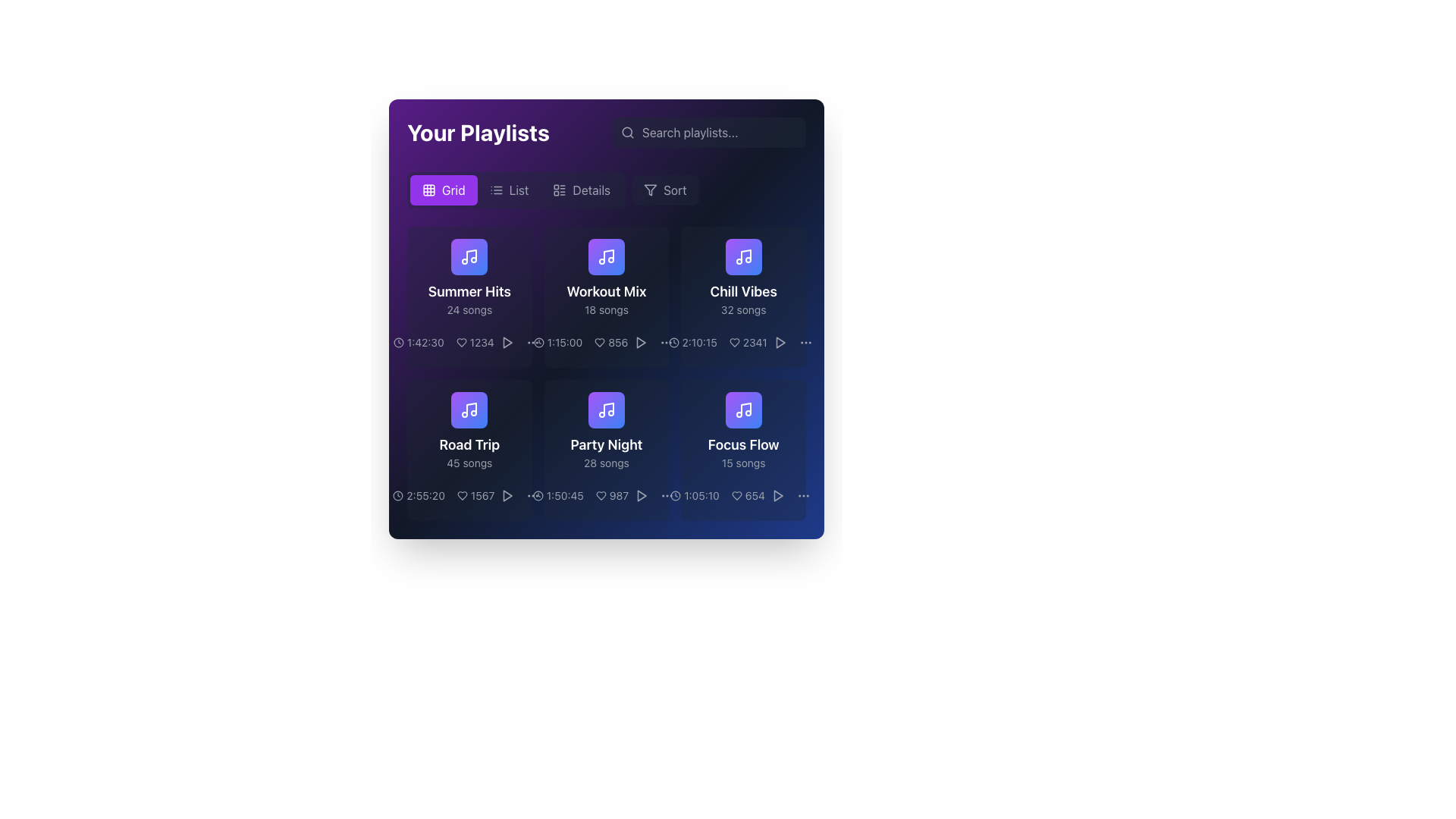 The width and height of the screenshot is (1456, 819). Describe the element at coordinates (736, 496) in the screenshot. I see `the heart-shaped icon indicating popularity for the 'Focus Flow' playlist, located at the bottom-center of the card near the count '654'` at that location.